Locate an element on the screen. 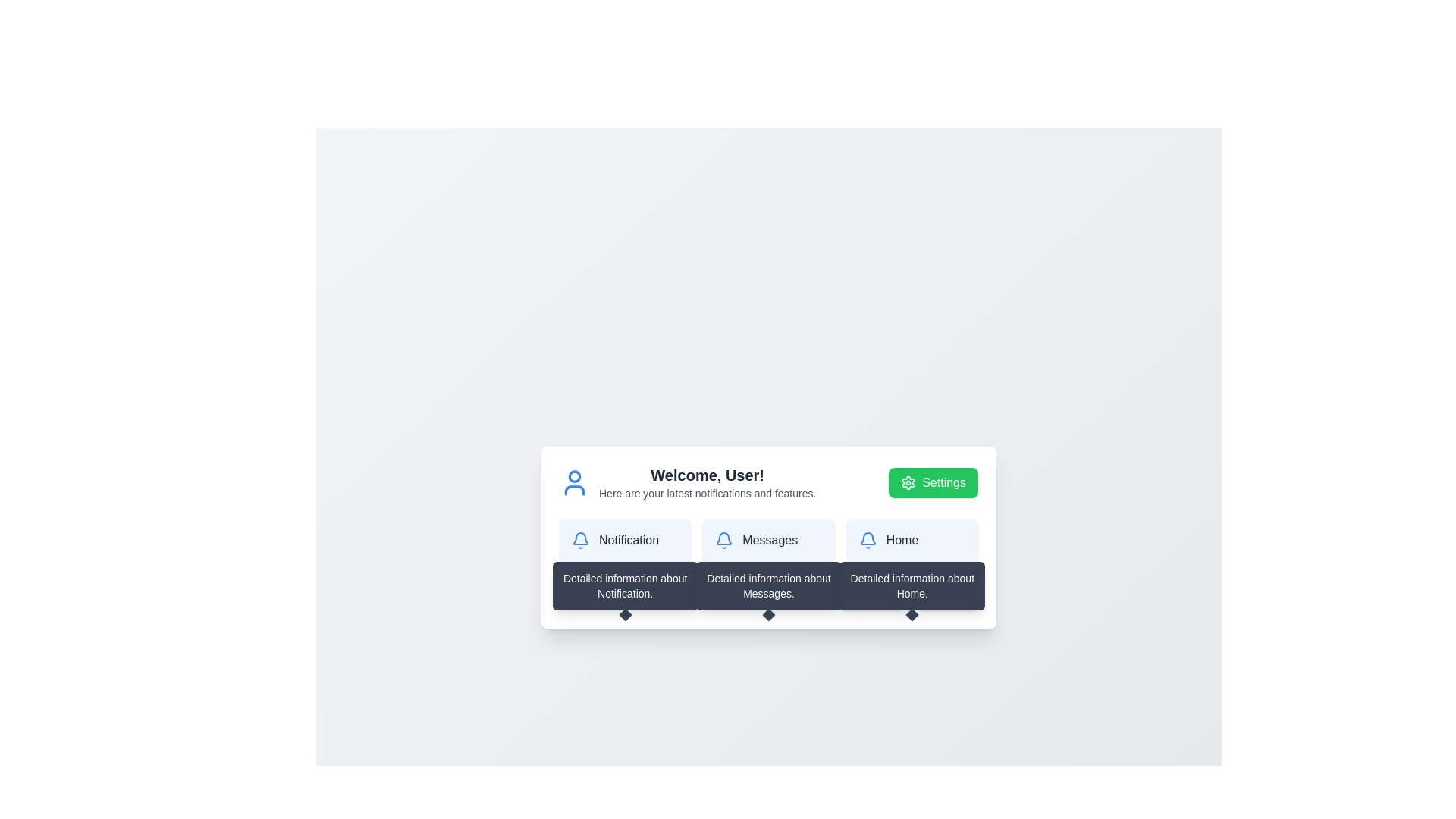 This screenshot has width=1456, height=819. the Information Card that provides access to detailed information about 'Messages', located centrally between the 'Notification' card and the 'Home' card, which is the second card in a row of three cards under the 'Welcome, User!' header is located at coordinates (768, 537).